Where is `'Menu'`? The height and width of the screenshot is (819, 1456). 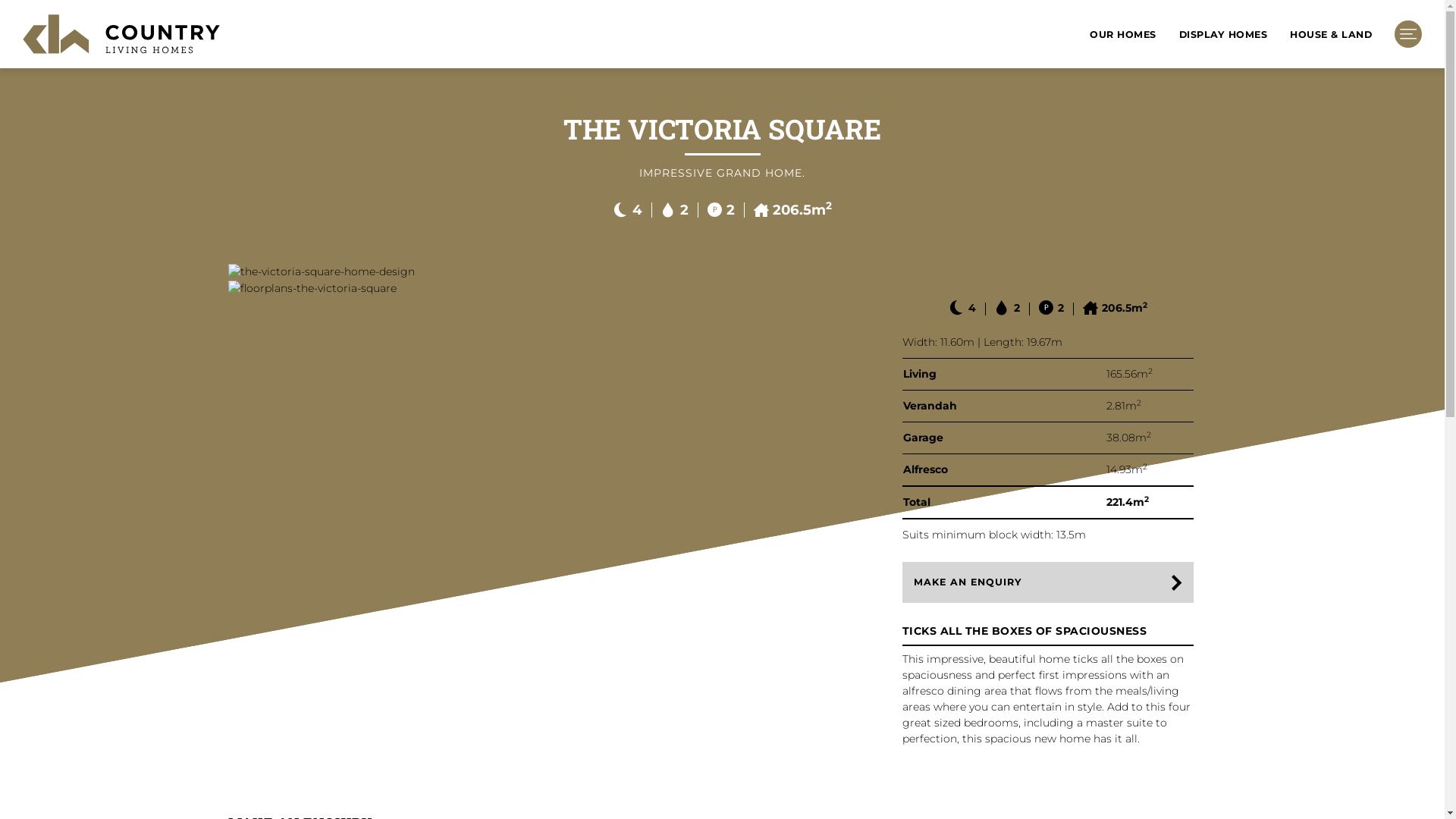 'Menu' is located at coordinates (1407, 34).